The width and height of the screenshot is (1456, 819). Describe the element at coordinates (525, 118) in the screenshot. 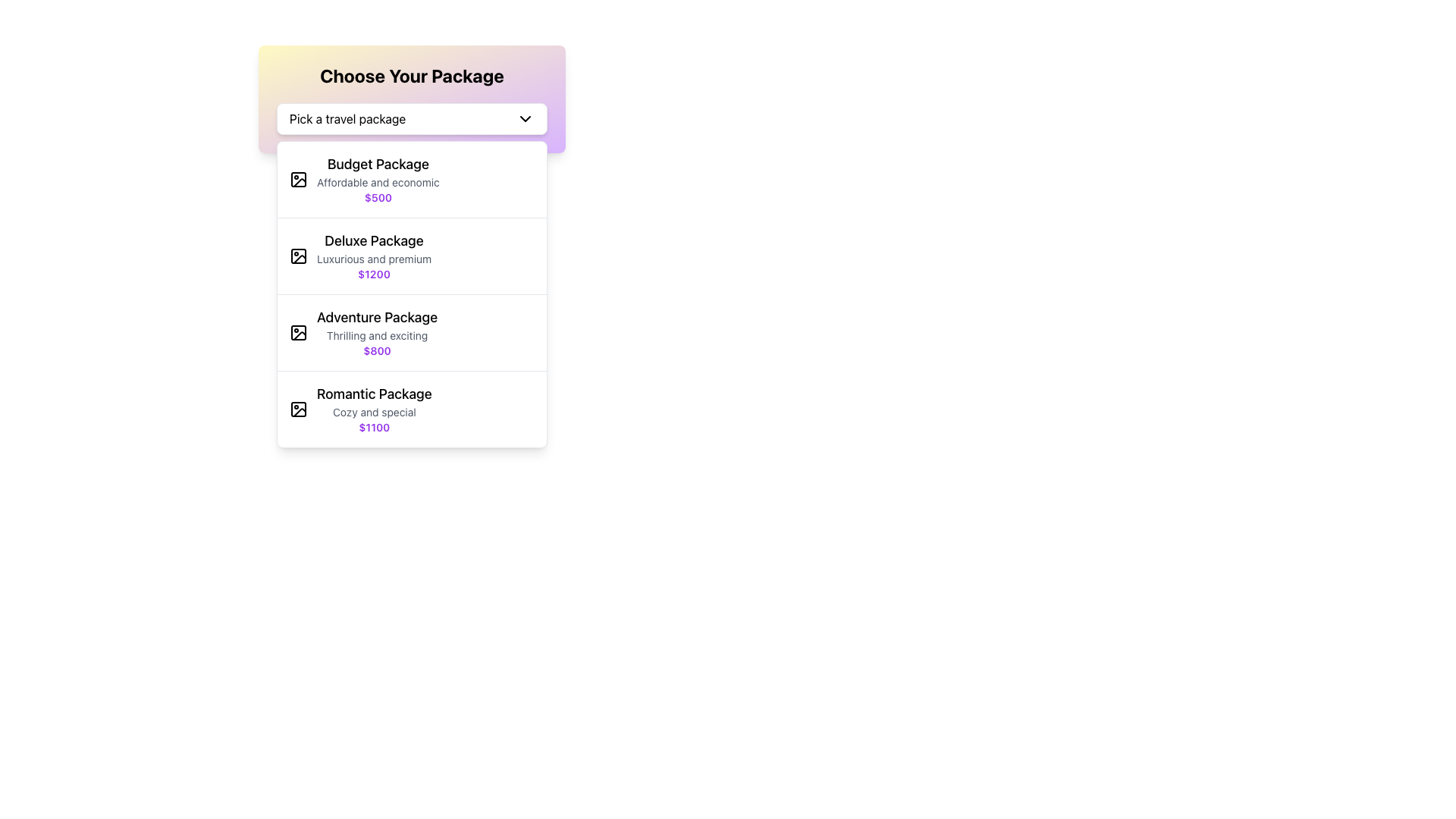

I see `the chevron down icon located at the rightmost end inside the dropdown selection field labeled 'Pick a travel package'` at that location.